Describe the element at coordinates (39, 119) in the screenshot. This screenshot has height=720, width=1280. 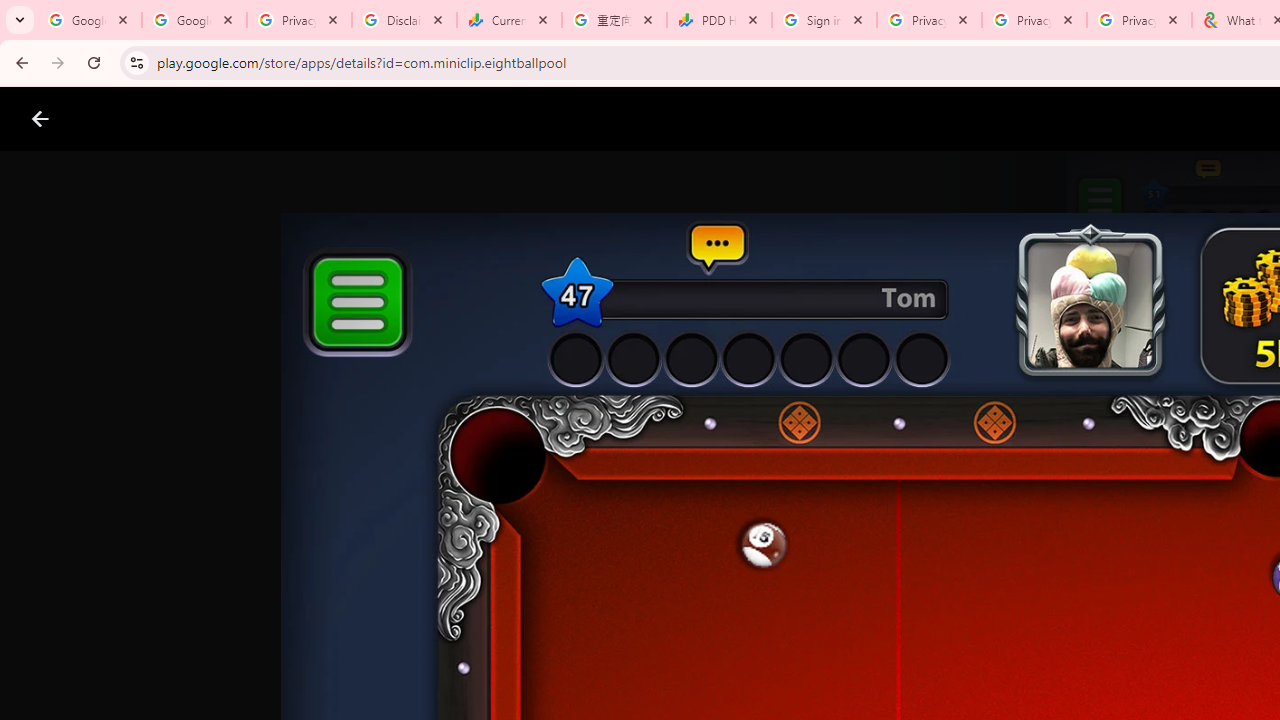
I see `'Close screenshot viewer'` at that location.